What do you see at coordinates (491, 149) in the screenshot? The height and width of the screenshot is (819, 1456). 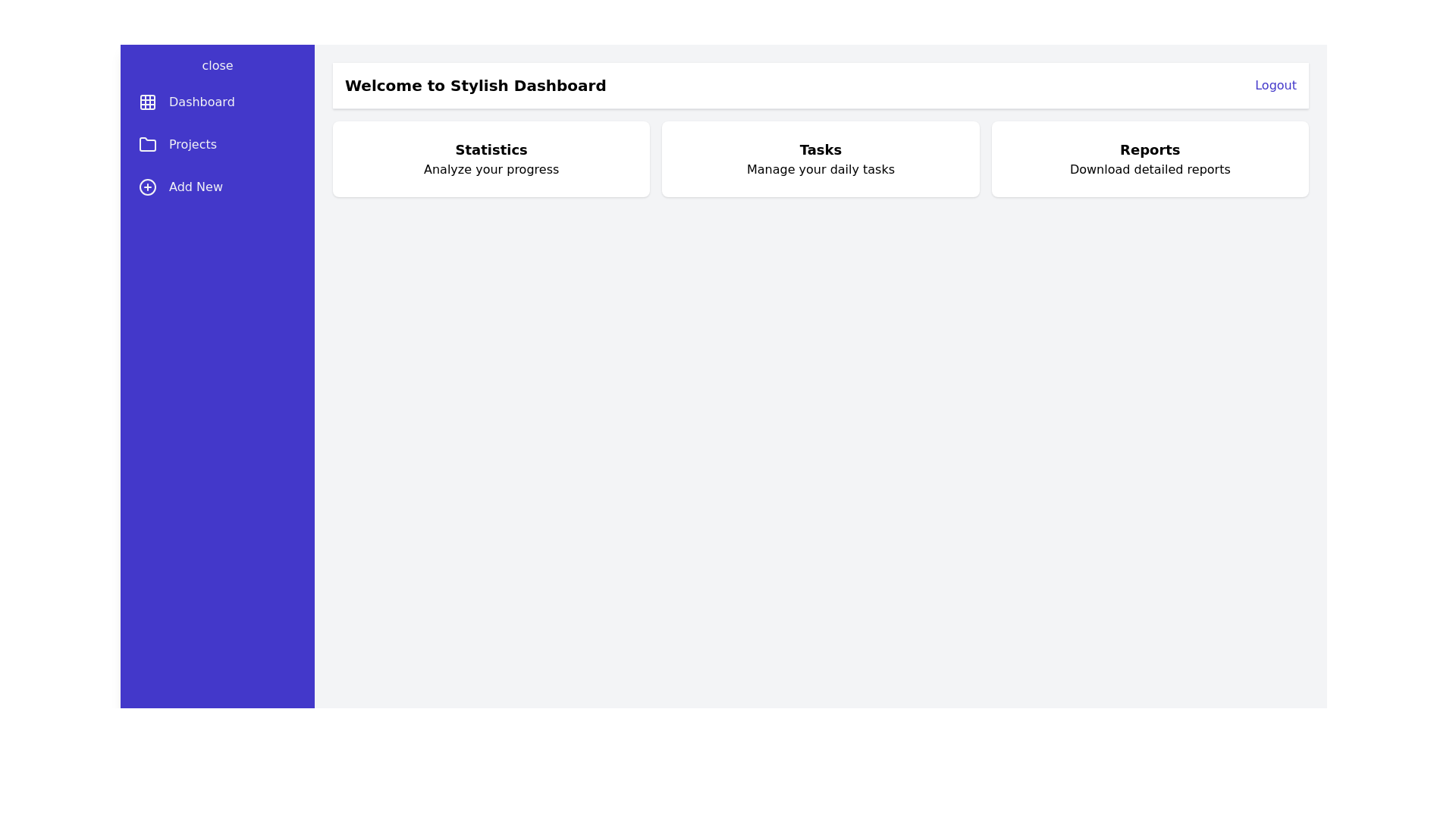 I see `heading text that serves as a title for the section, providing context about the functionalities under 'Statistics'` at bounding box center [491, 149].